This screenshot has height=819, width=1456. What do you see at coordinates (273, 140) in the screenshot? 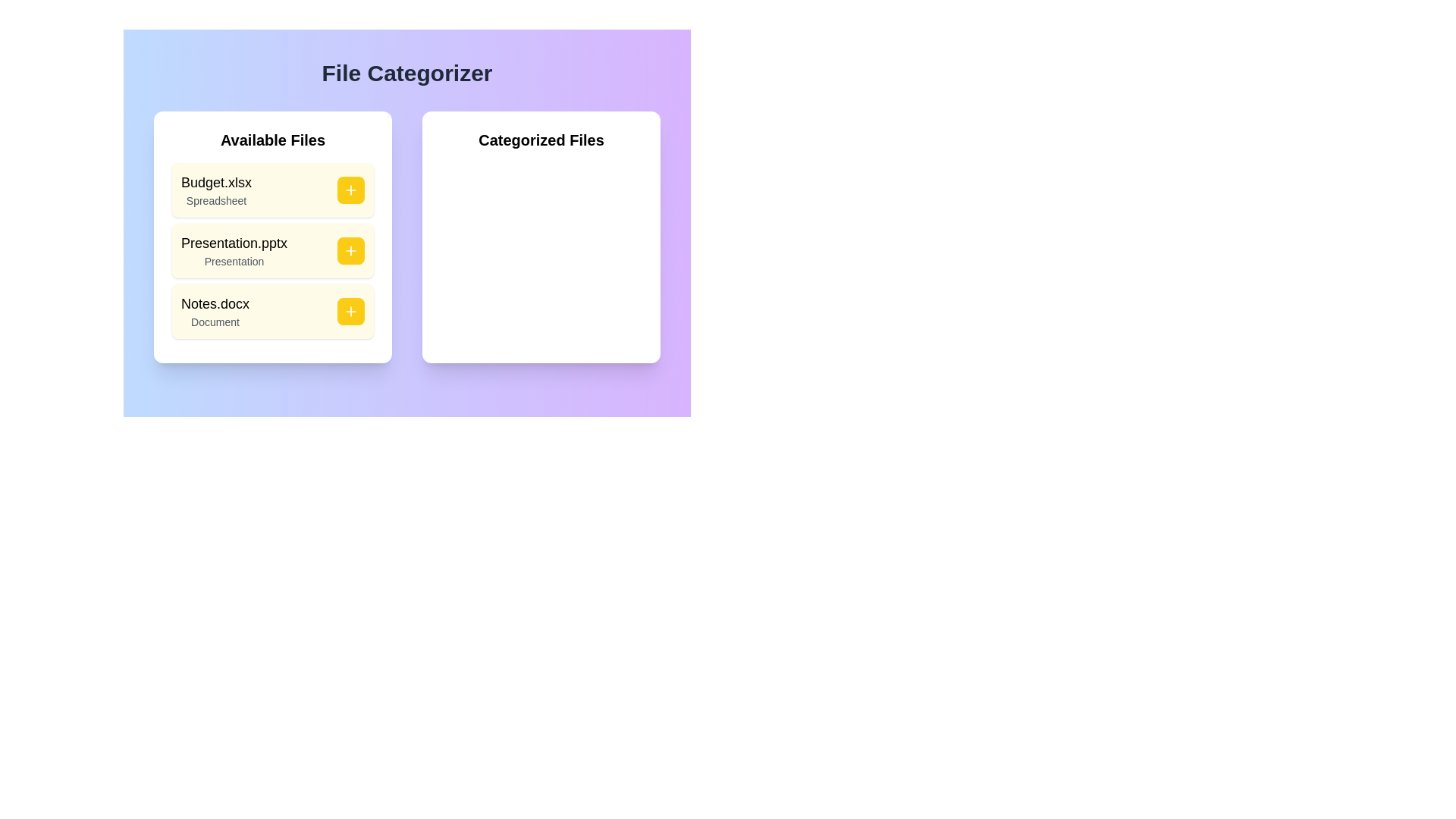
I see `the 'Available Files' label, which is displayed in a bold and slightly enlarged font on a white card-like background, centered at the top of the card` at bounding box center [273, 140].